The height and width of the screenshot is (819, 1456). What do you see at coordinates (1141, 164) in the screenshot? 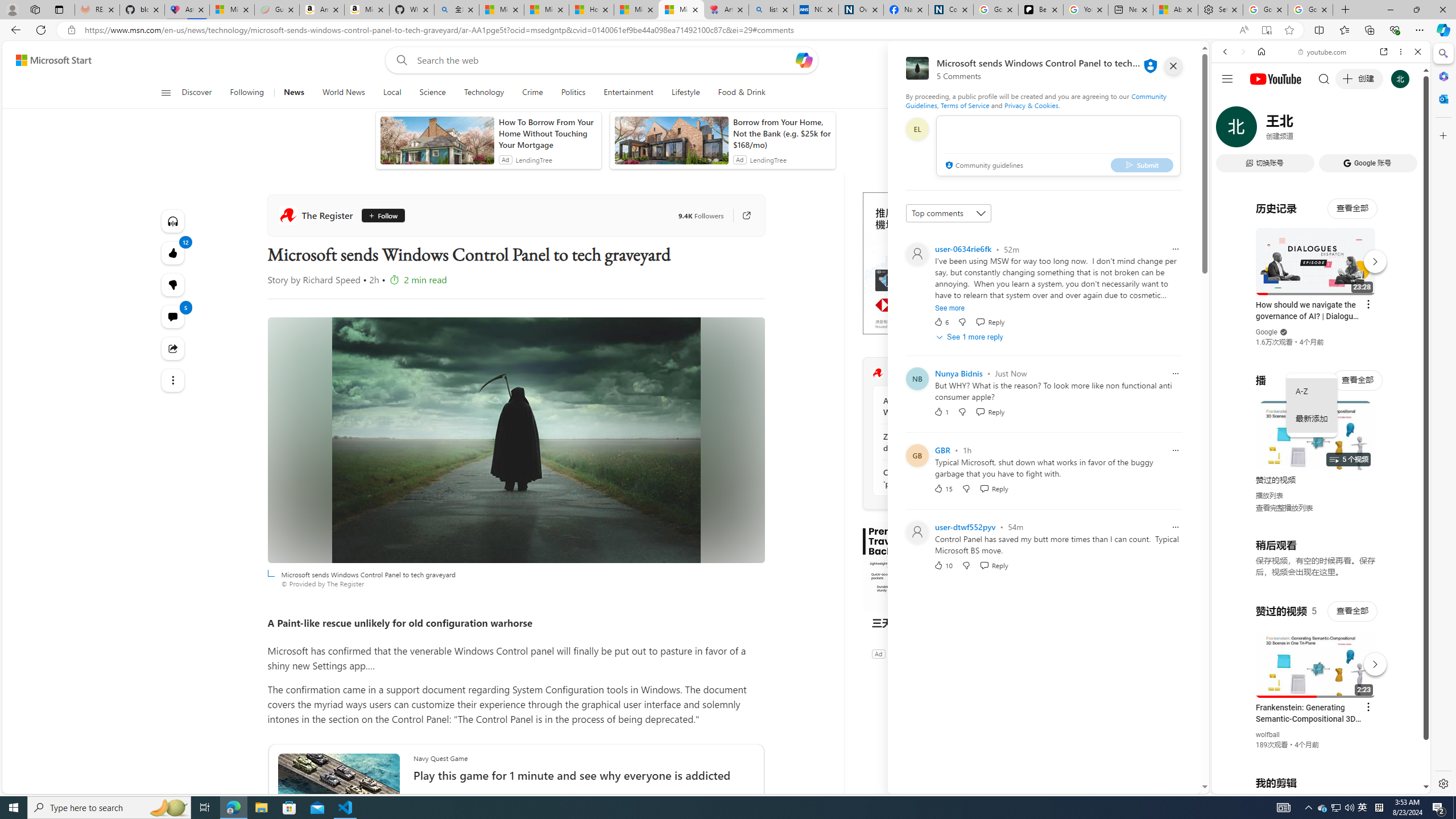
I see `'Submit'` at bounding box center [1141, 164].